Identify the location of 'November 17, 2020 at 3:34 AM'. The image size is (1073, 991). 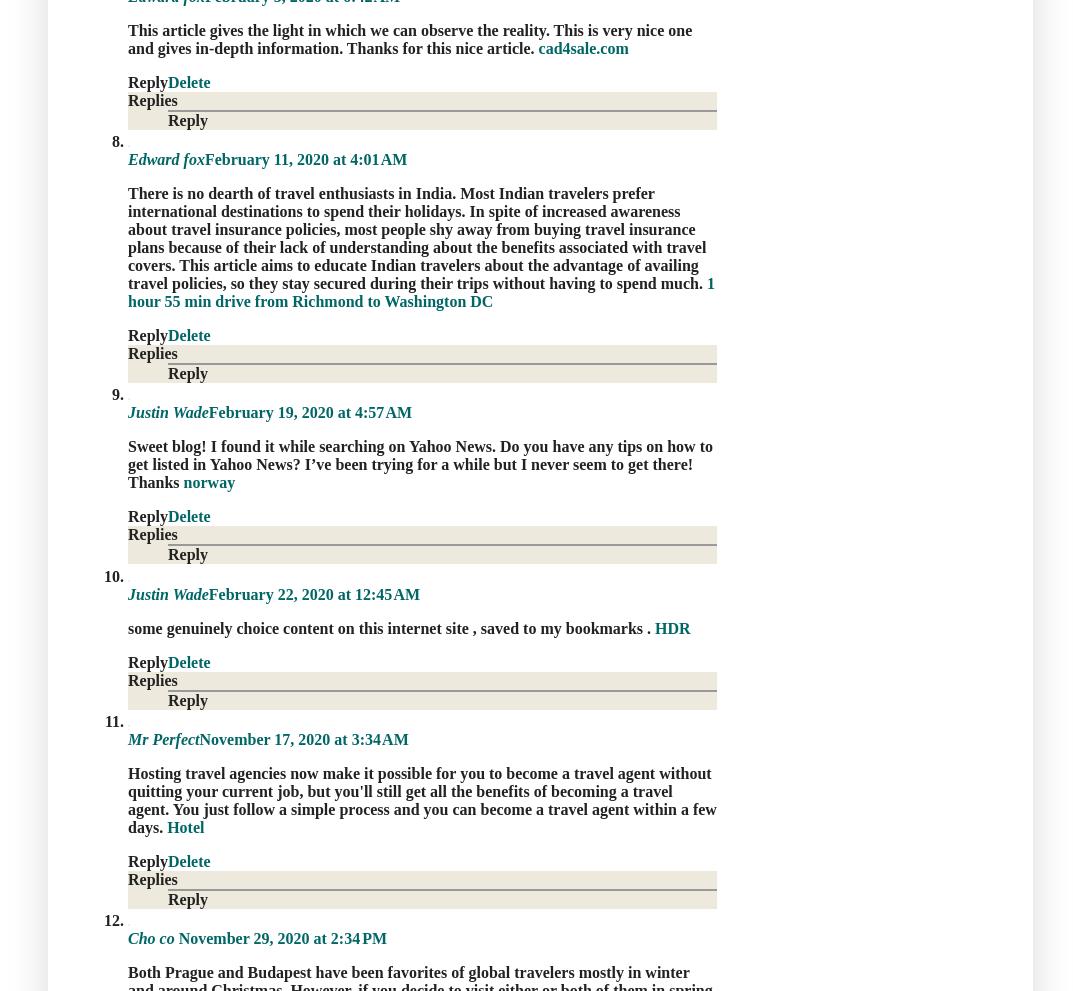
(303, 737).